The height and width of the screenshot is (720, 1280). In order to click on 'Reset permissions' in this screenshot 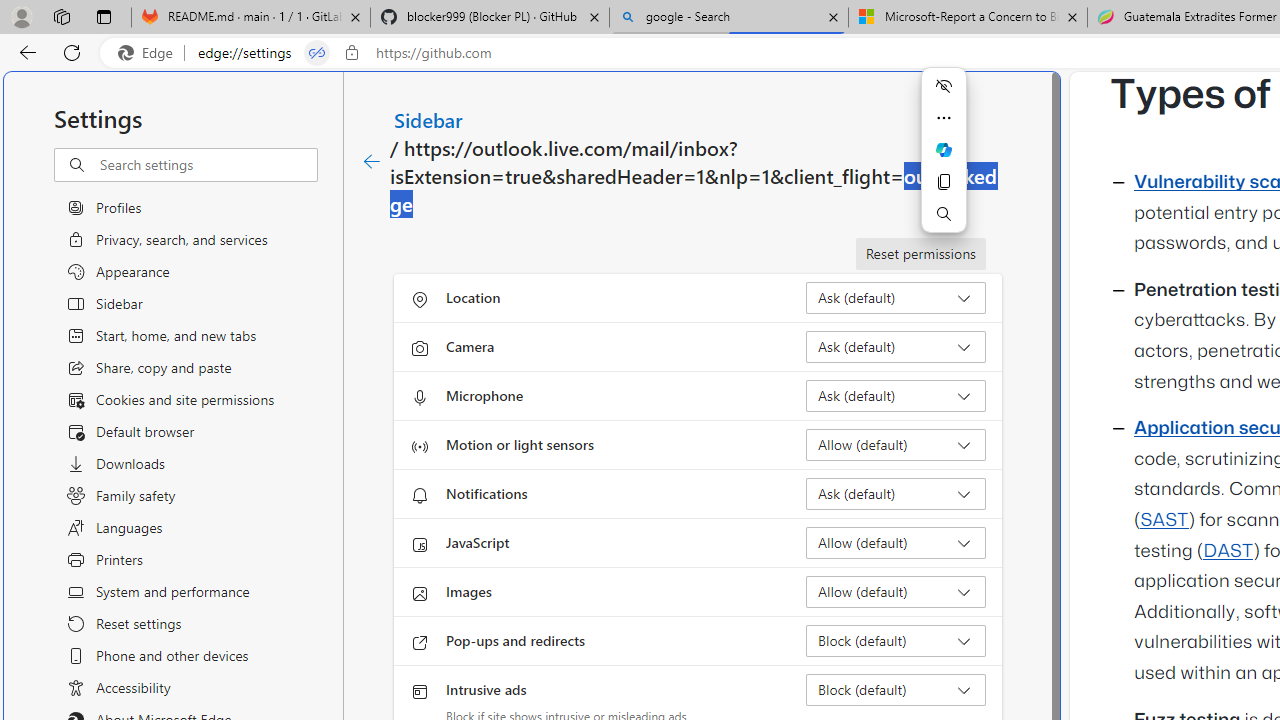, I will do `click(919, 253)`.